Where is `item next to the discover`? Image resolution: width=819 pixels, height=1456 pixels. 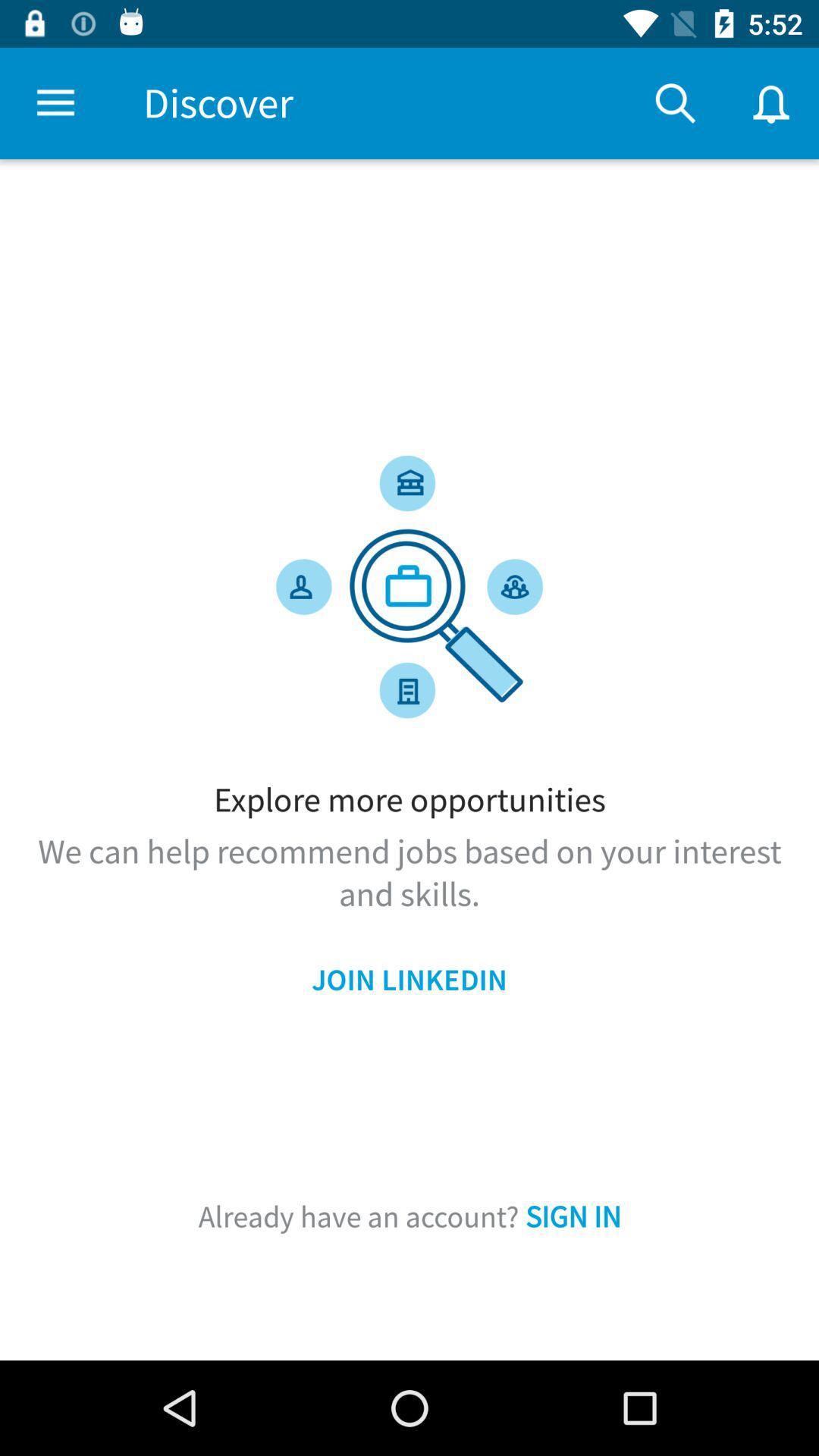 item next to the discover is located at coordinates (55, 102).